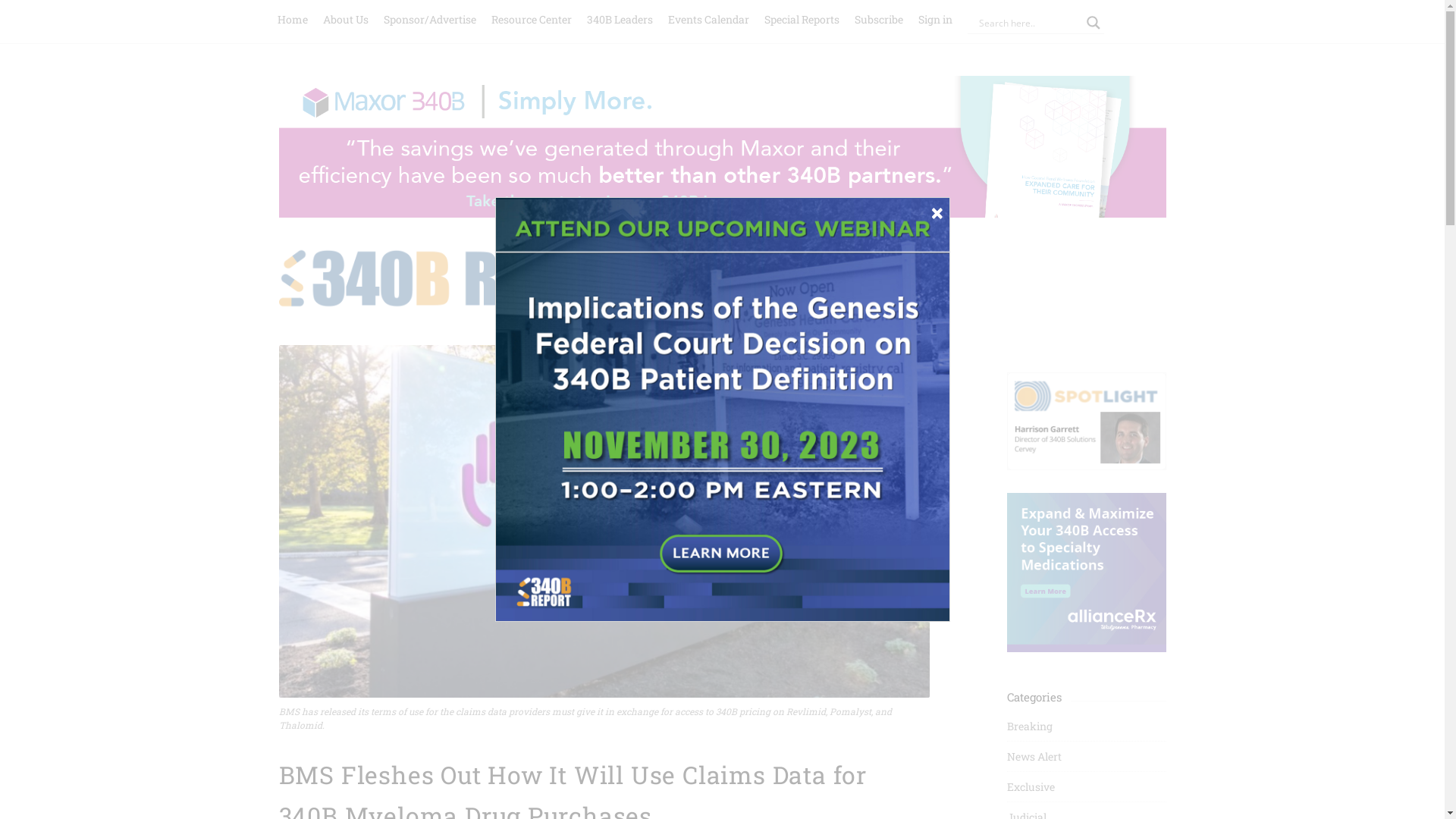  I want to click on 'News Alert', so click(1033, 756).